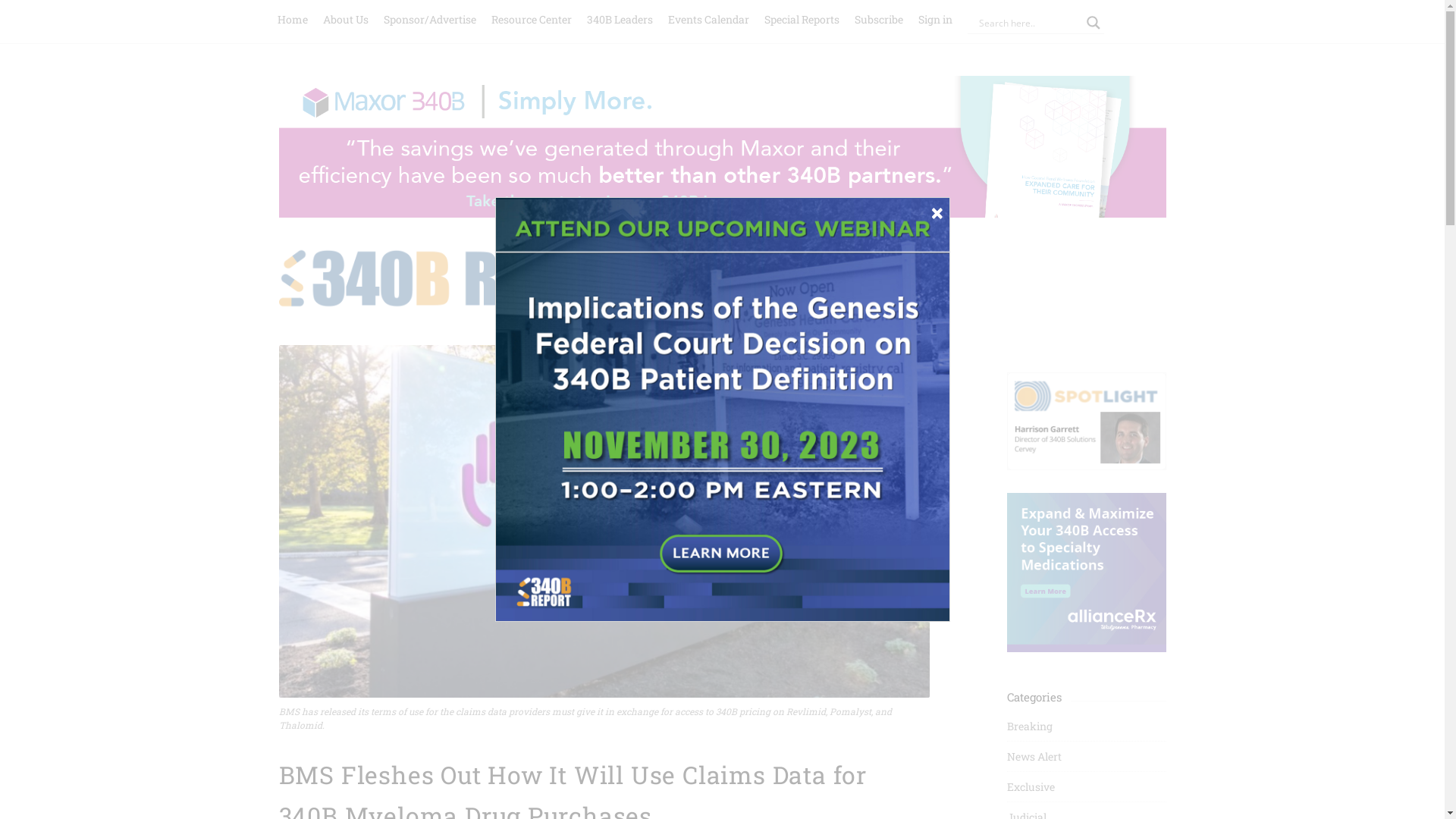  I want to click on 'News Alert', so click(1033, 756).